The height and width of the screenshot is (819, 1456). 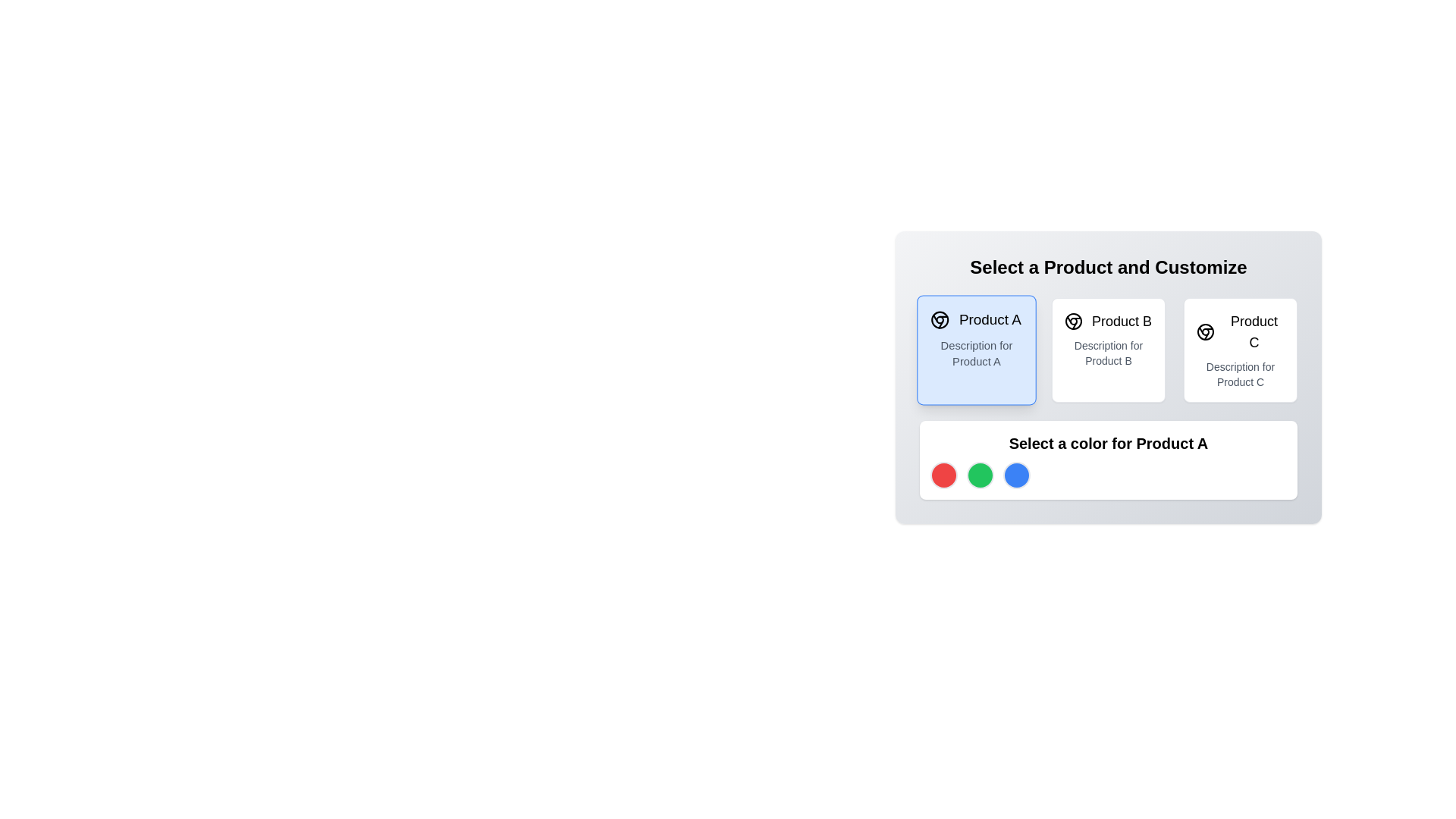 I want to click on text label that identifies 'Product C' in the third card of the product selection interface, so click(x=1254, y=331).